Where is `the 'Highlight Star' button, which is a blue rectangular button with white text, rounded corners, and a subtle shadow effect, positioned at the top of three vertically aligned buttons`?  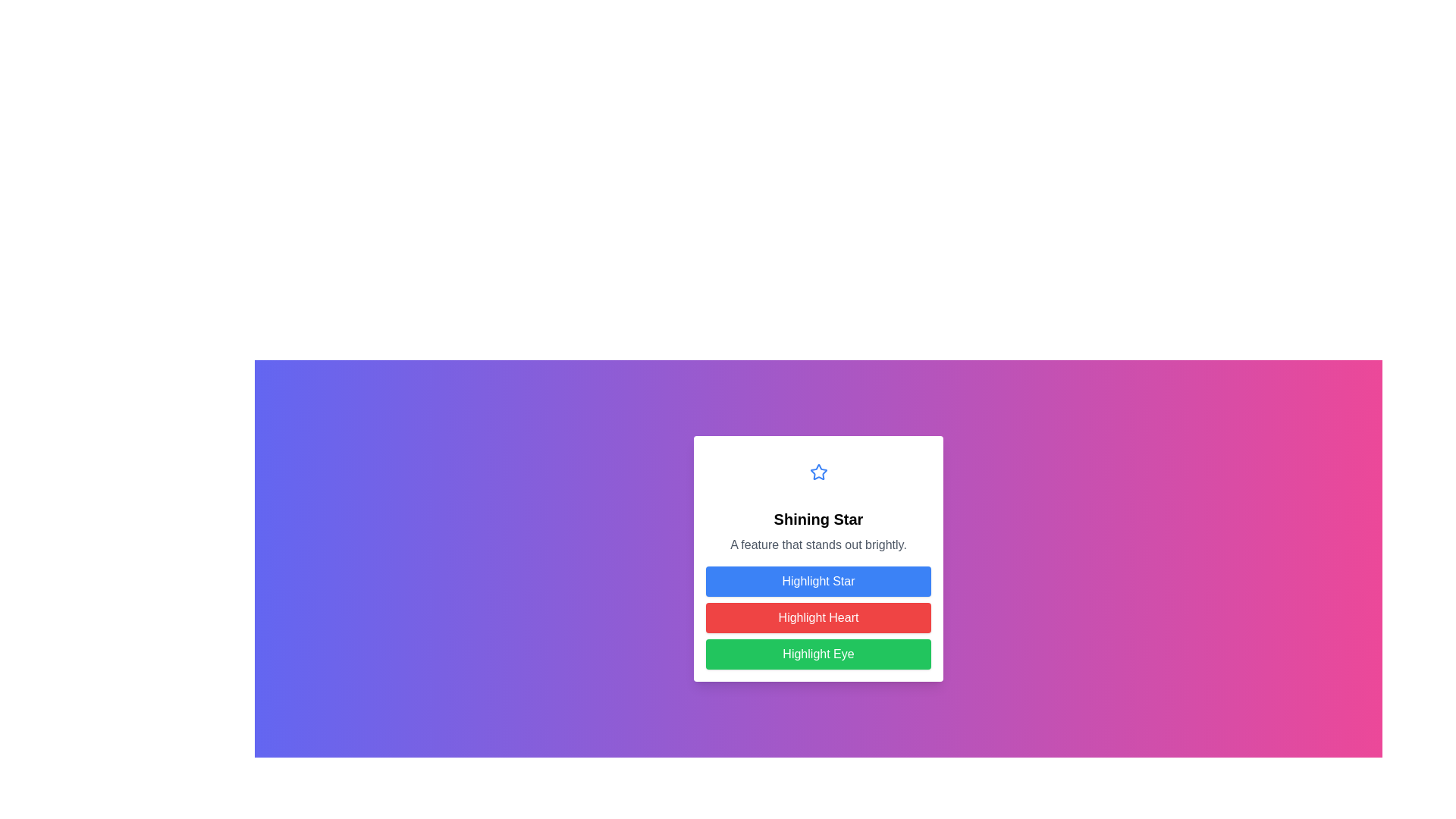 the 'Highlight Star' button, which is a blue rectangular button with white text, rounded corners, and a subtle shadow effect, positioned at the top of three vertically aligned buttons is located at coordinates (817, 581).